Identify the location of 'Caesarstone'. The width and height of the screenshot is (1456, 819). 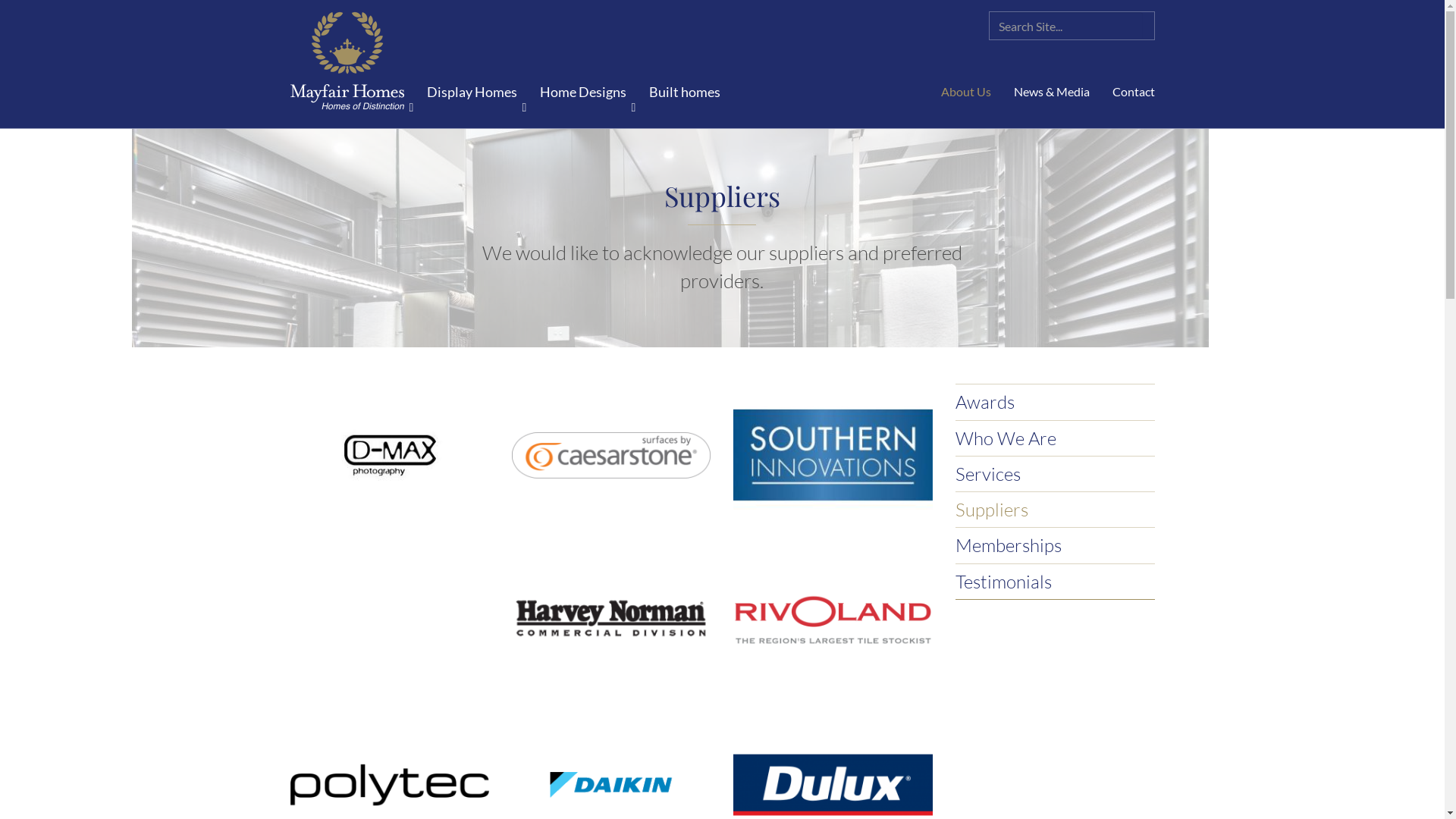
(512, 453).